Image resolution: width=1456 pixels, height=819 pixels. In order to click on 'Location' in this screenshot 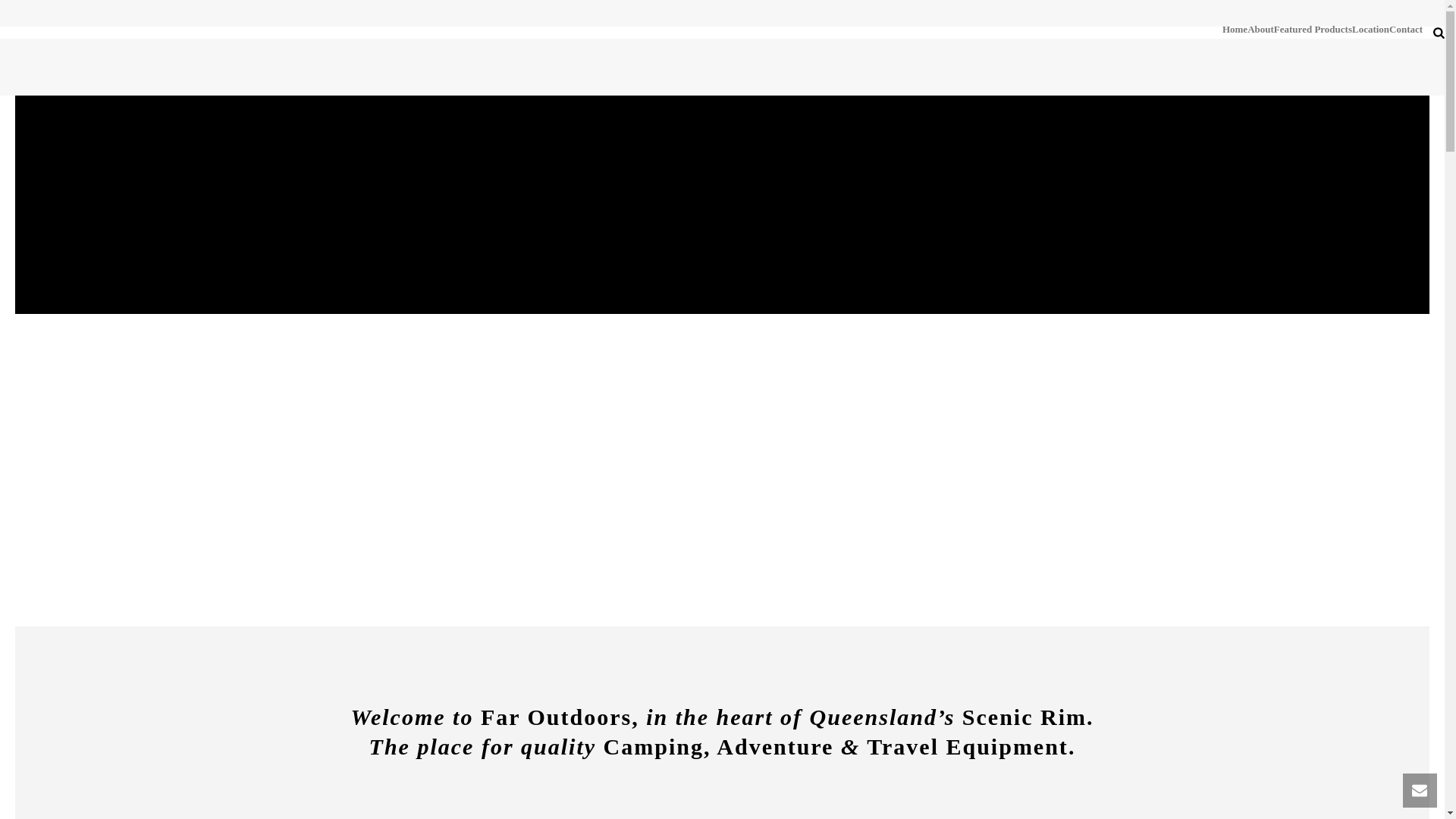, I will do `click(1370, 29)`.